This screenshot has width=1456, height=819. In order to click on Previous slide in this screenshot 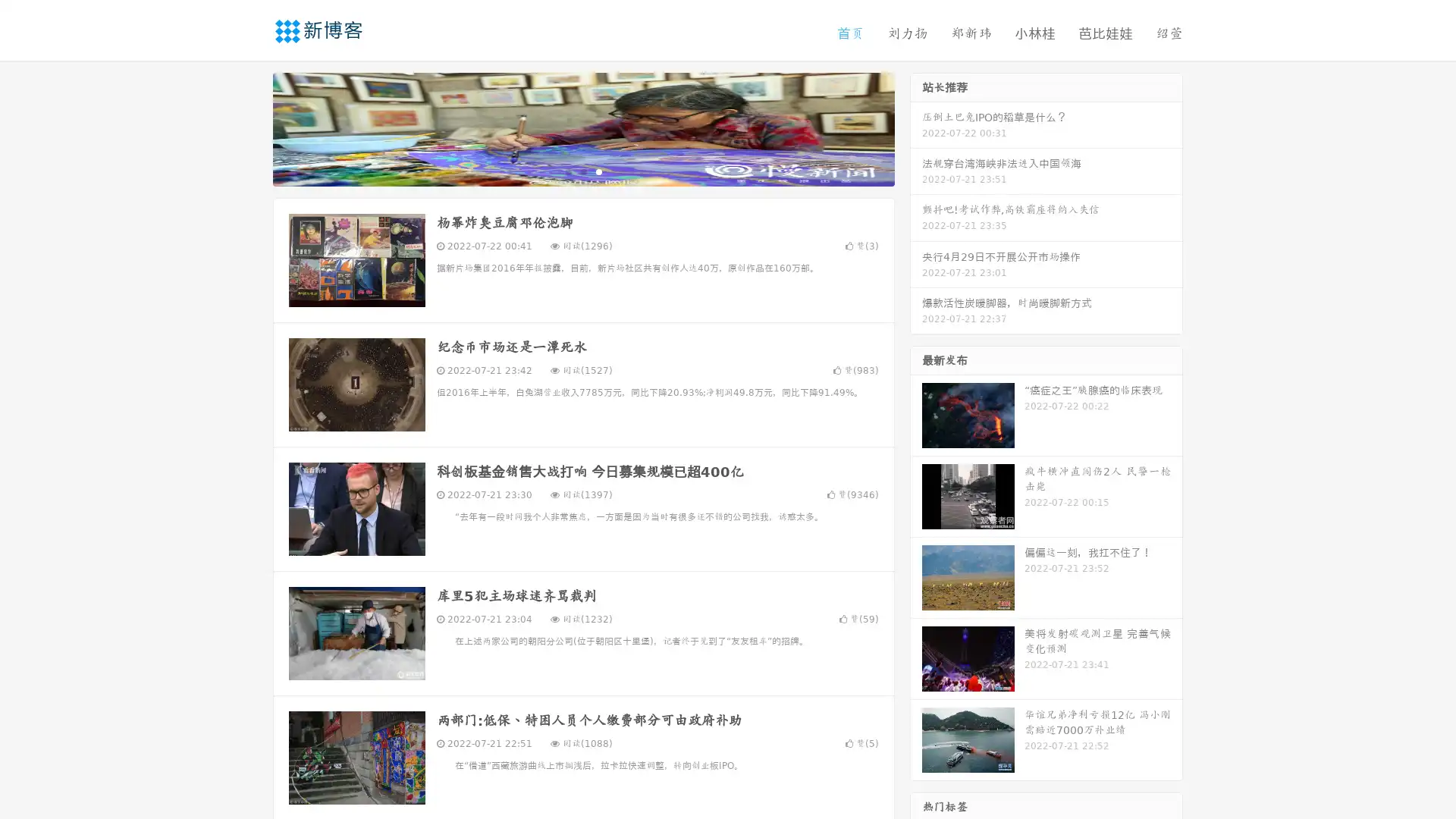, I will do `click(250, 127)`.